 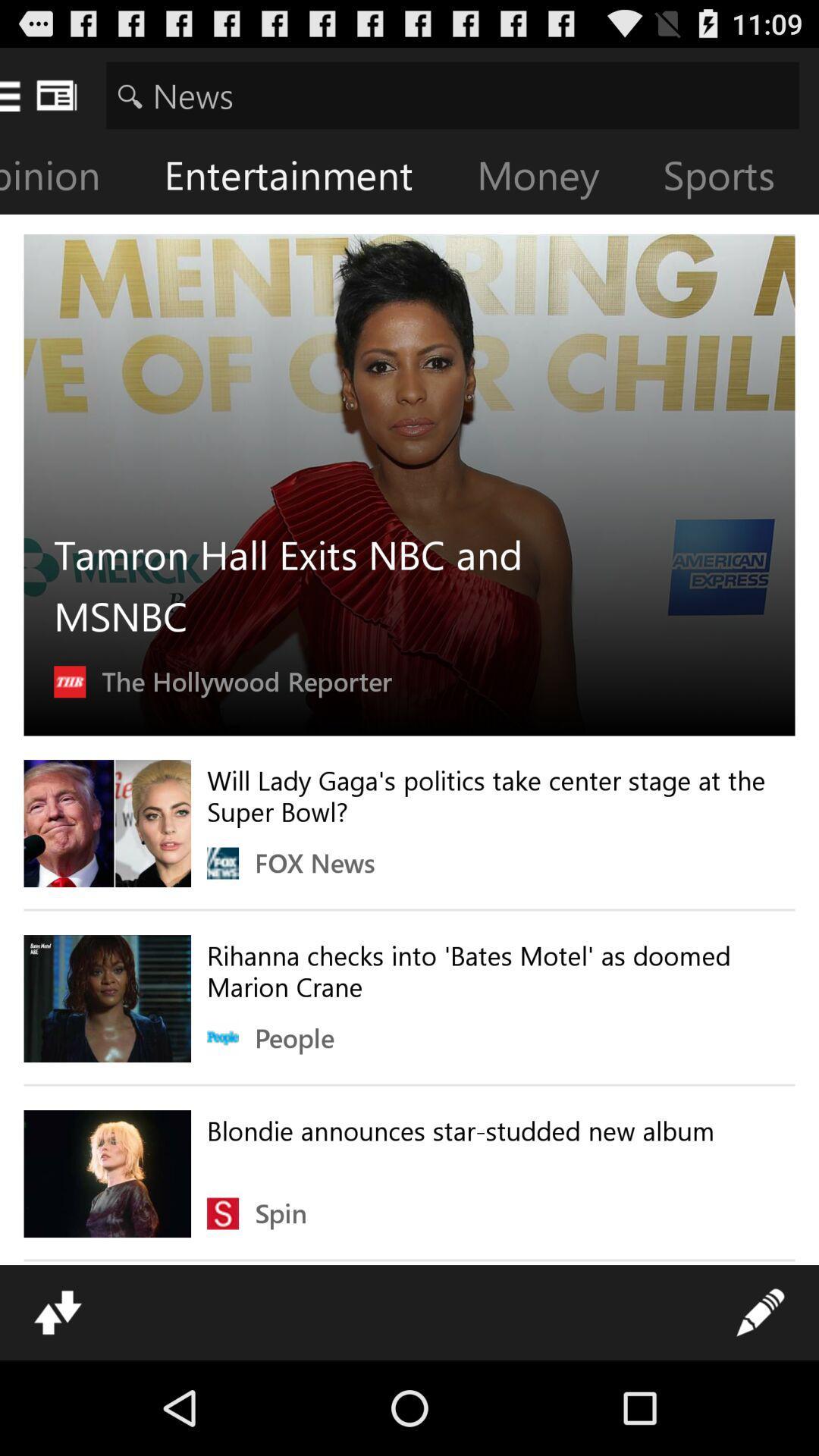 I want to click on the sports icon, so click(x=730, y=178).